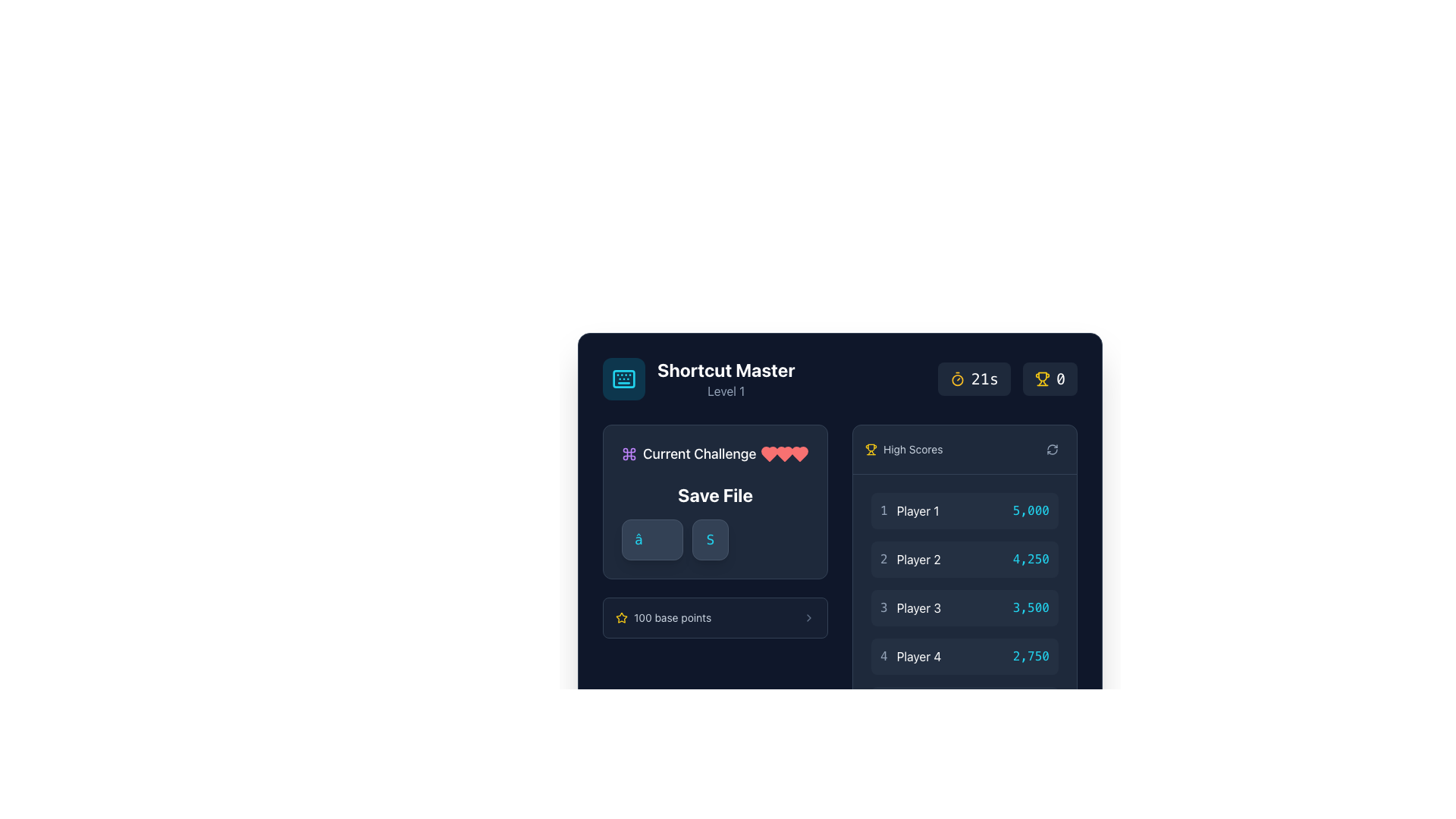 The height and width of the screenshot is (819, 1456). Describe the element at coordinates (714, 494) in the screenshot. I see `the 'Save File' text label element, which is centrally located near the top of the interface and styled with bold white text on a dark background` at that location.